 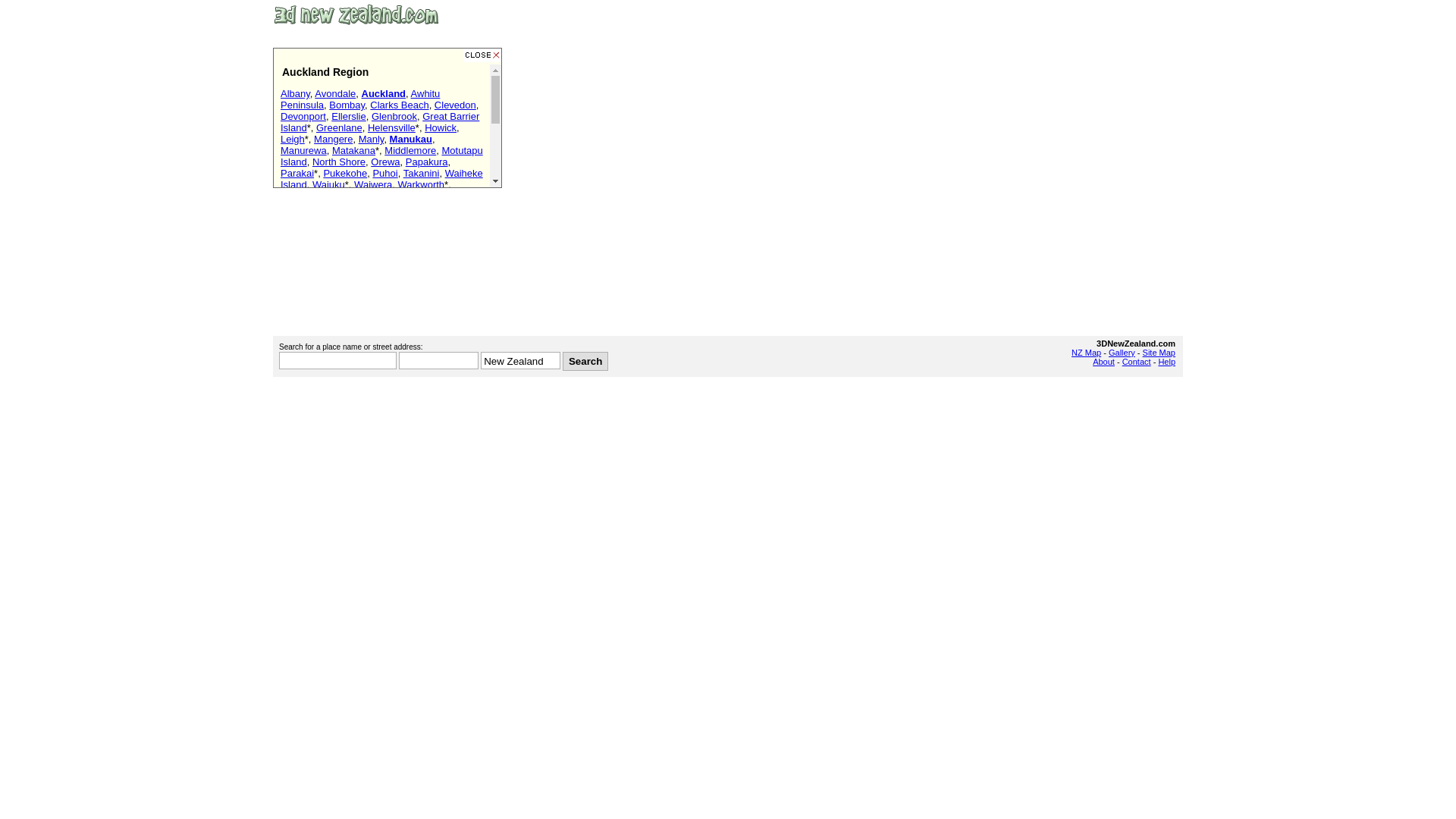 What do you see at coordinates (385, 162) in the screenshot?
I see `'Orewa'` at bounding box center [385, 162].